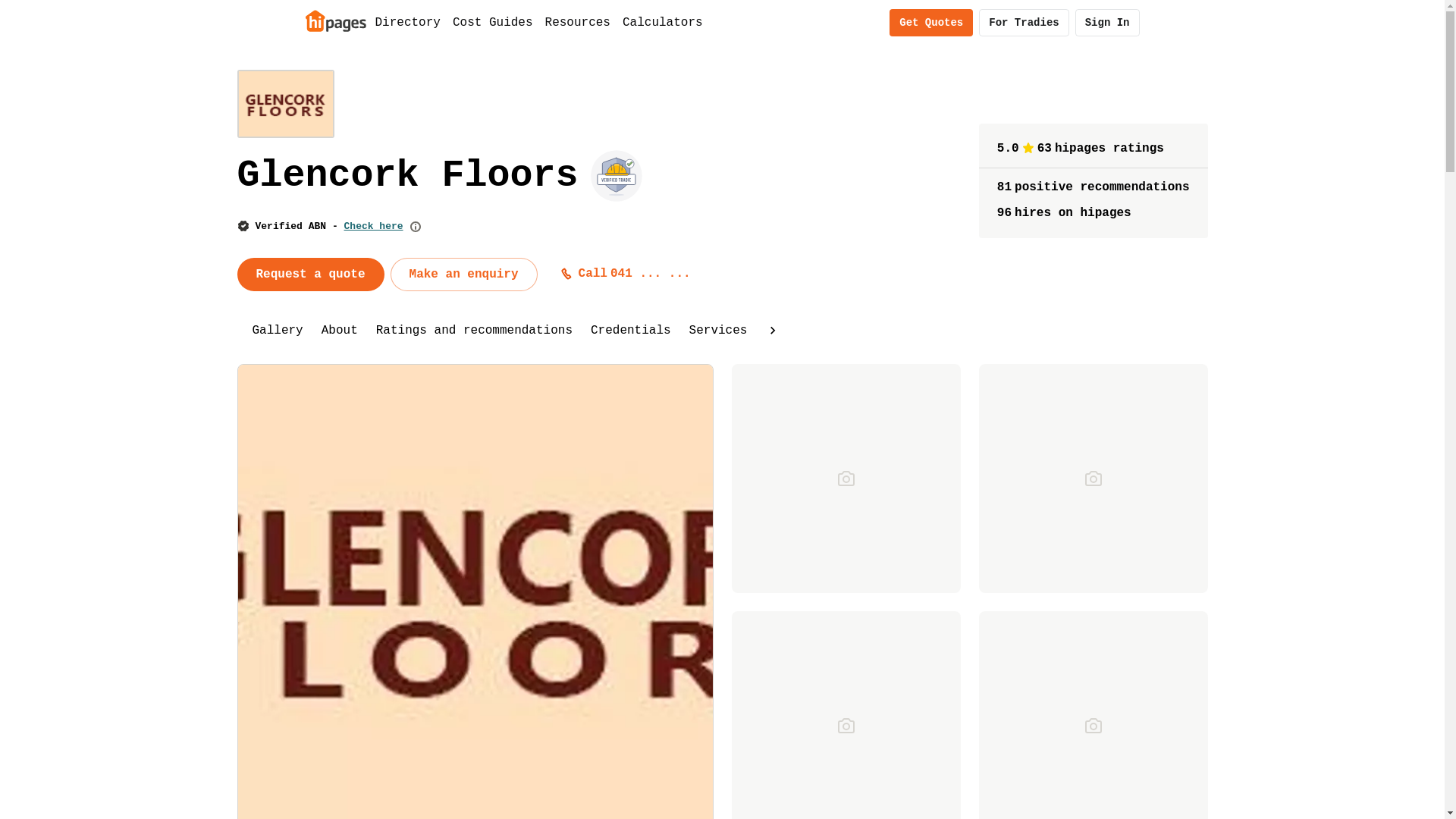 The height and width of the screenshot is (819, 1456). I want to click on 'Get Quotes', so click(930, 23).